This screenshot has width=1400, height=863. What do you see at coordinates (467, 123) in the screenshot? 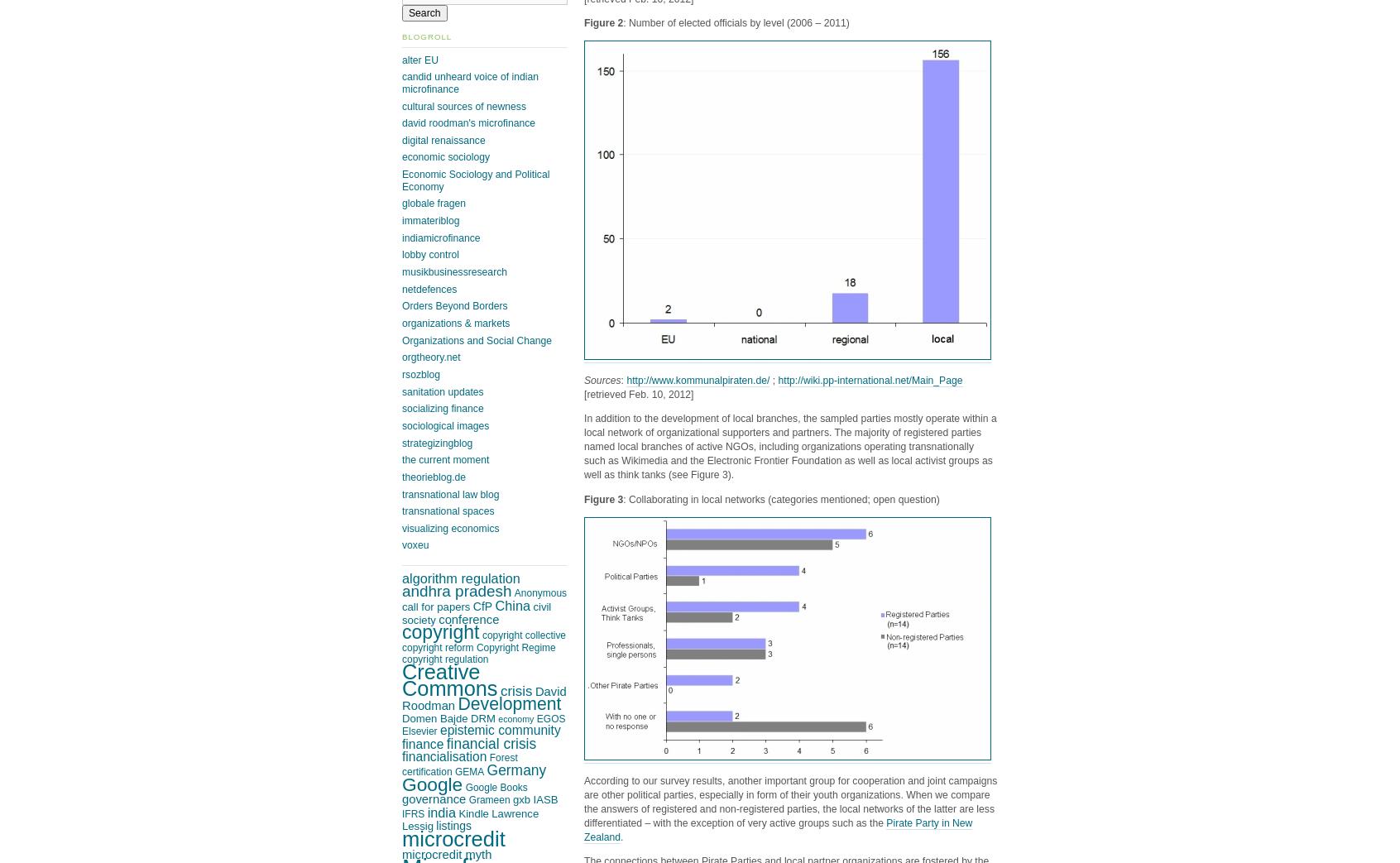
I see `'david roodman's microfinance'` at bounding box center [467, 123].